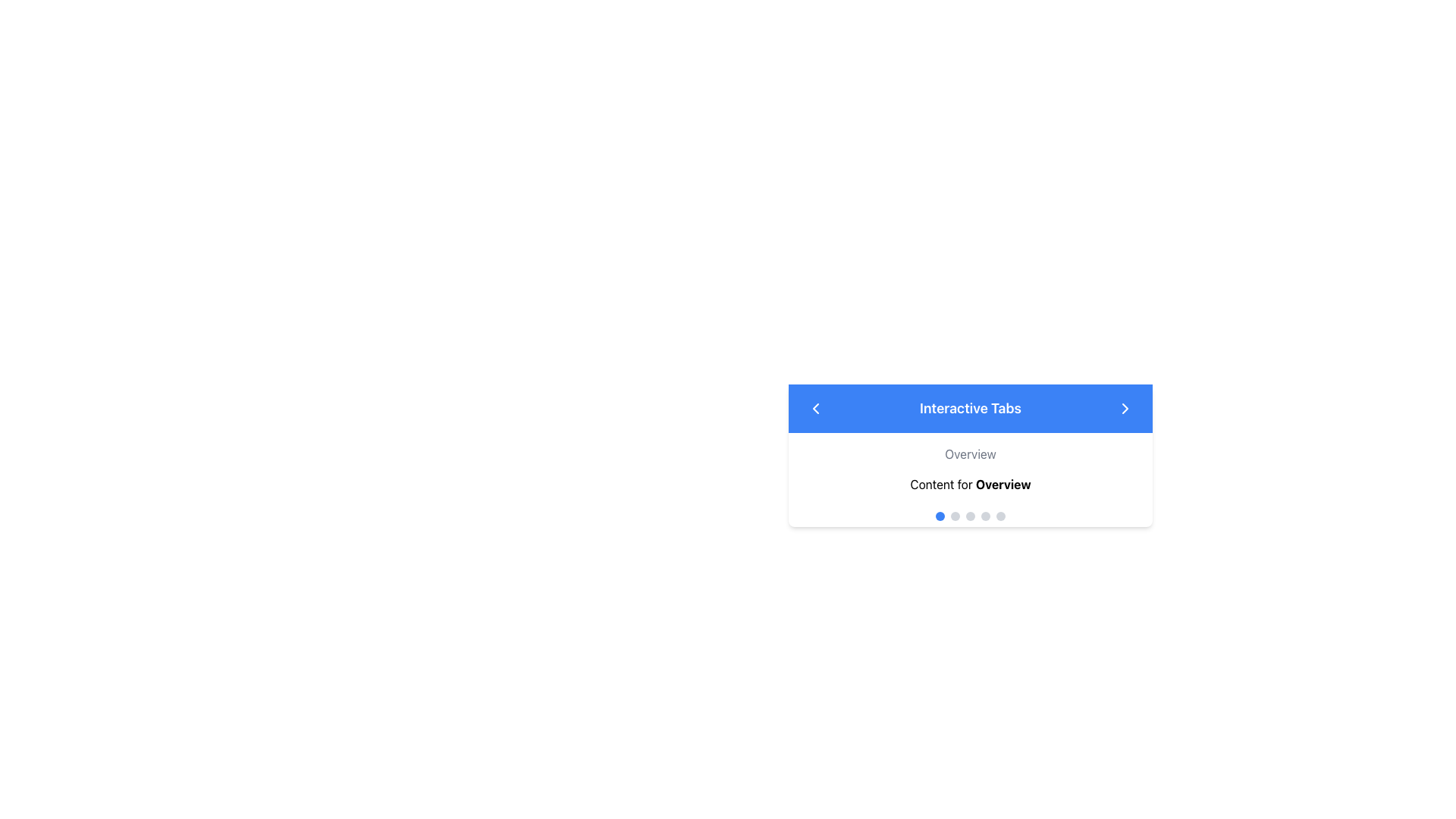  Describe the element at coordinates (1125, 408) in the screenshot. I see `the small triangular right arrow icon in the blue header bar next to 'Interactive Tabs'` at that location.